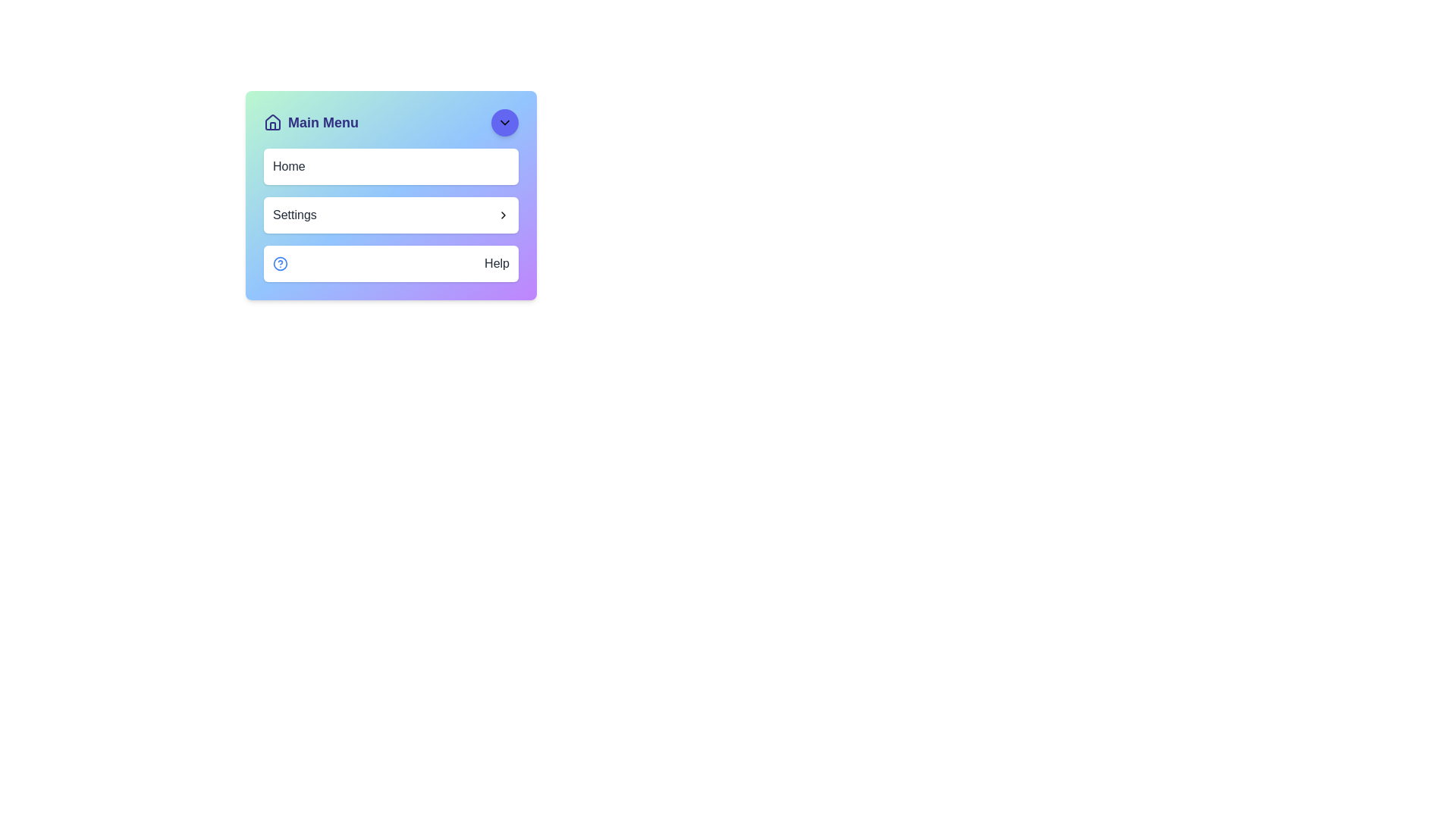 Image resolution: width=1456 pixels, height=819 pixels. I want to click on the 'Settings' text label, which is styled with a bold font and dark gray color, indicating it is part of an interactive menu, positioned above the 'Help' section, so click(294, 215).